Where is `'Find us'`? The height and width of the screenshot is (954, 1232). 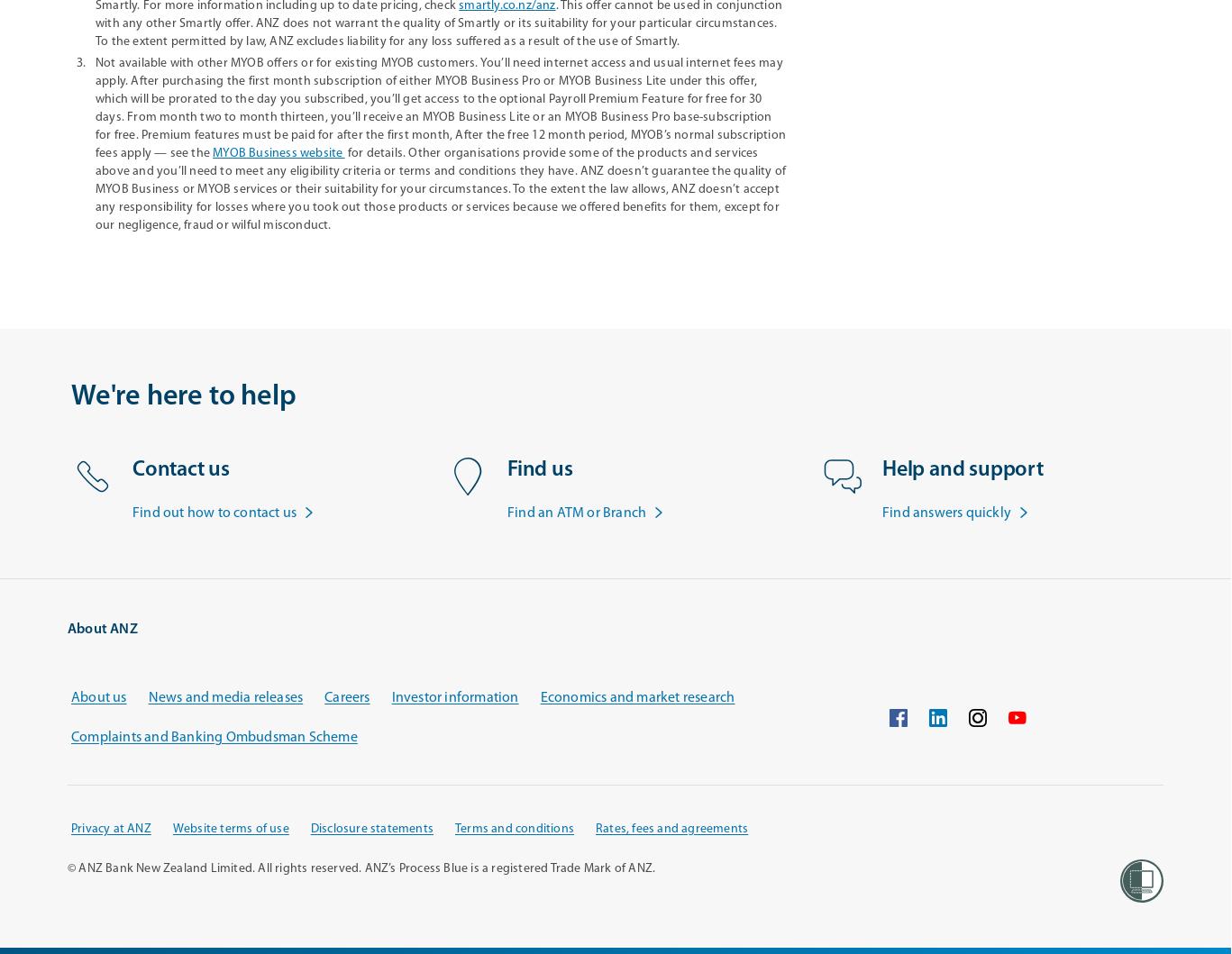 'Find us' is located at coordinates (540, 469).